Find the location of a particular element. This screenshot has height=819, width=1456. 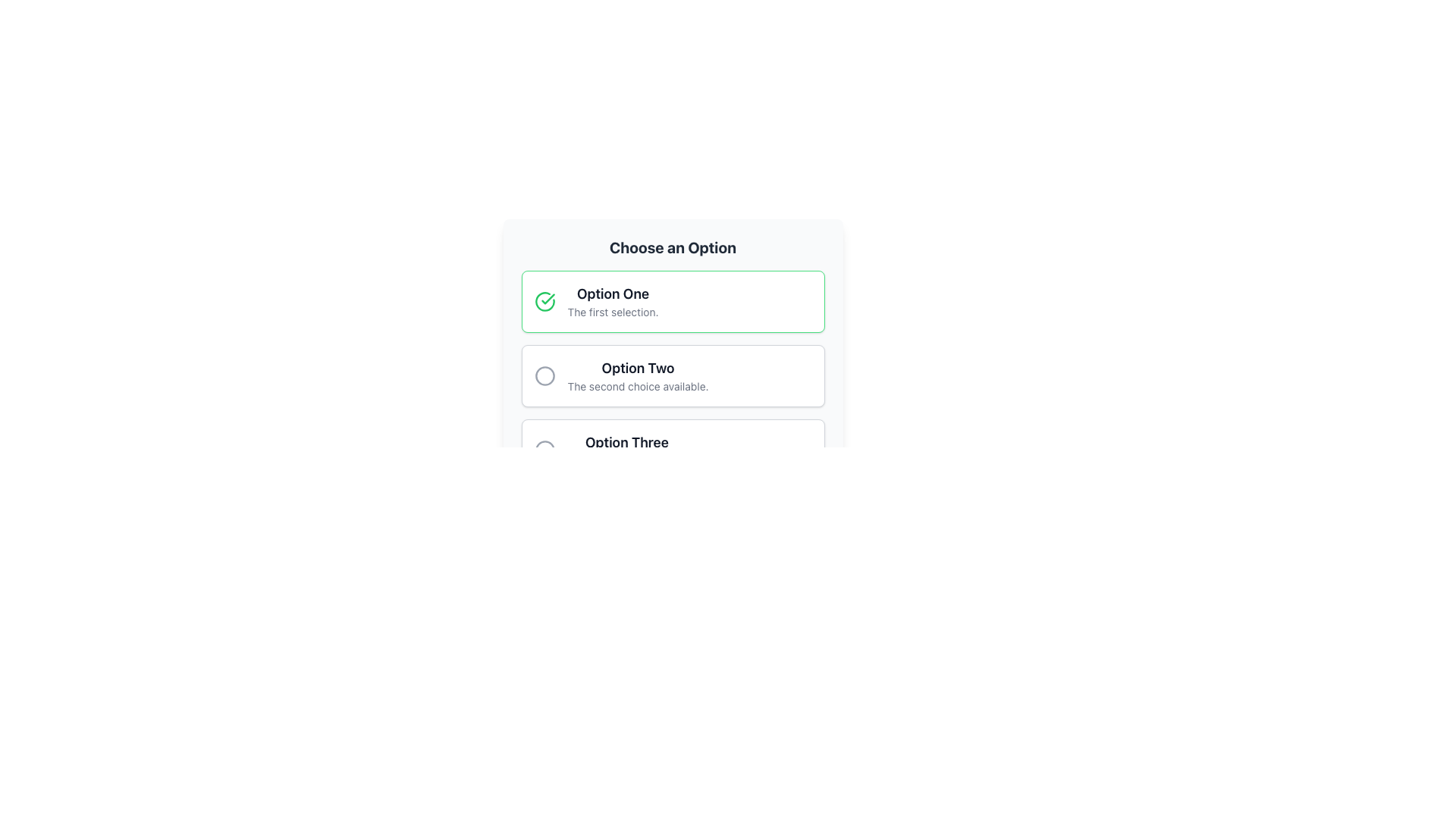

the text label that displays 'Option Two' within the interactive list, which is the second option in the vertical list is located at coordinates (638, 375).